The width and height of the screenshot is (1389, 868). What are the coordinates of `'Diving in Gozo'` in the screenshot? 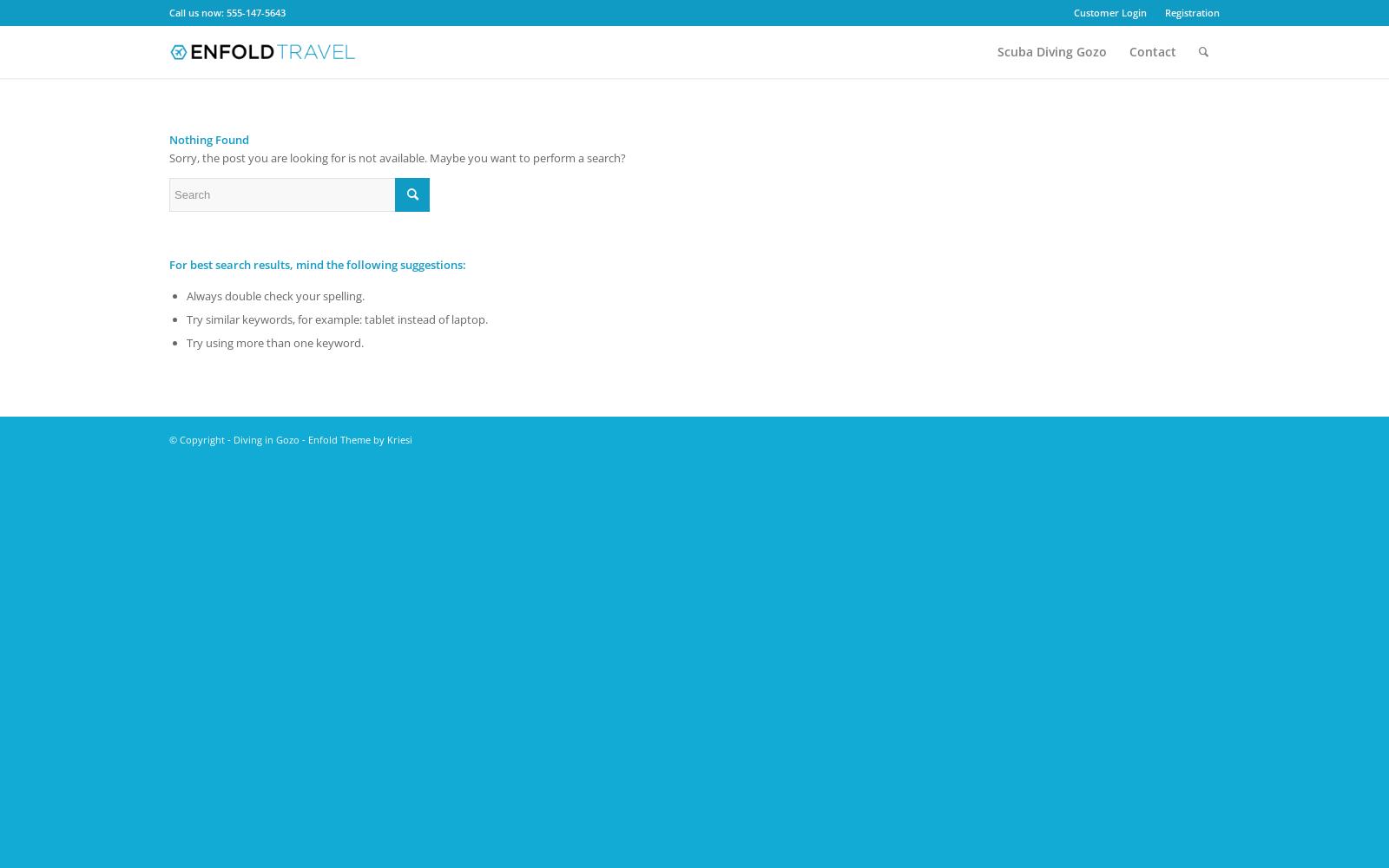 It's located at (233, 438).